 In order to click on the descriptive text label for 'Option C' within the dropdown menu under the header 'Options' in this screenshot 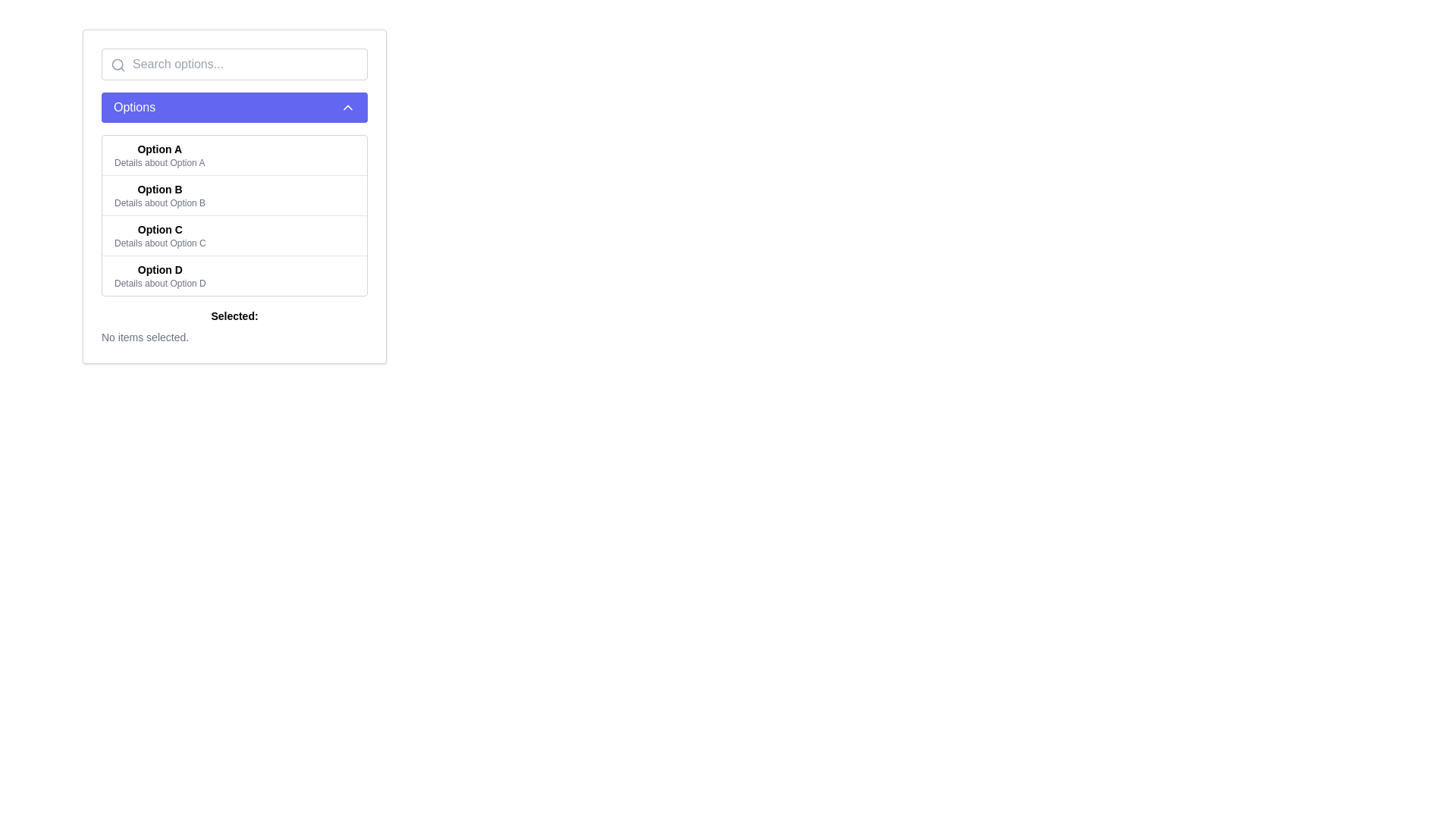, I will do `click(160, 242)`.